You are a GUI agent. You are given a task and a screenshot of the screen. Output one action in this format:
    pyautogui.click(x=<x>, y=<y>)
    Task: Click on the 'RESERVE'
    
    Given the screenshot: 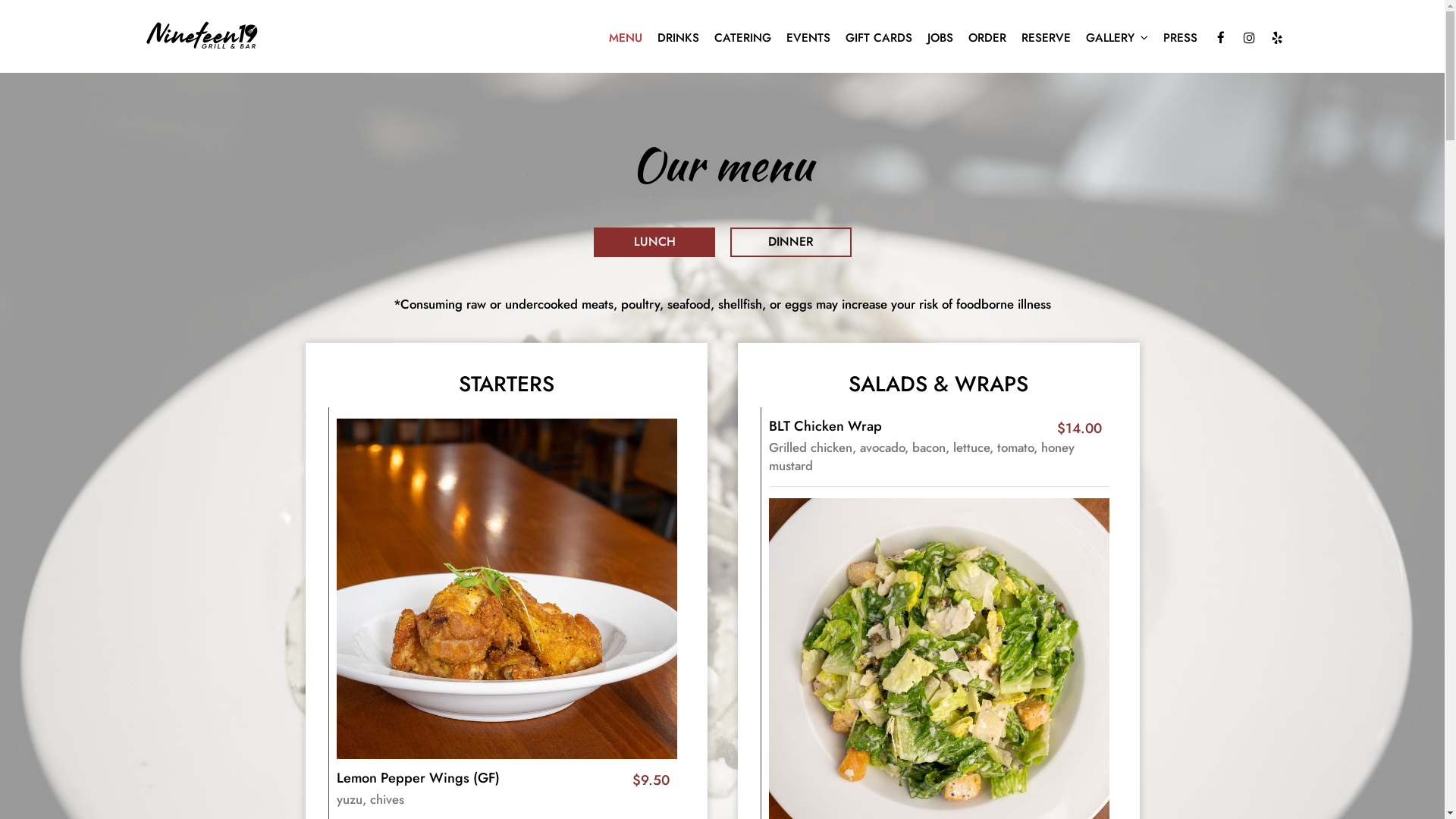 What is the action you would take?
    pyautogui.click(x=1044, y=37)
    